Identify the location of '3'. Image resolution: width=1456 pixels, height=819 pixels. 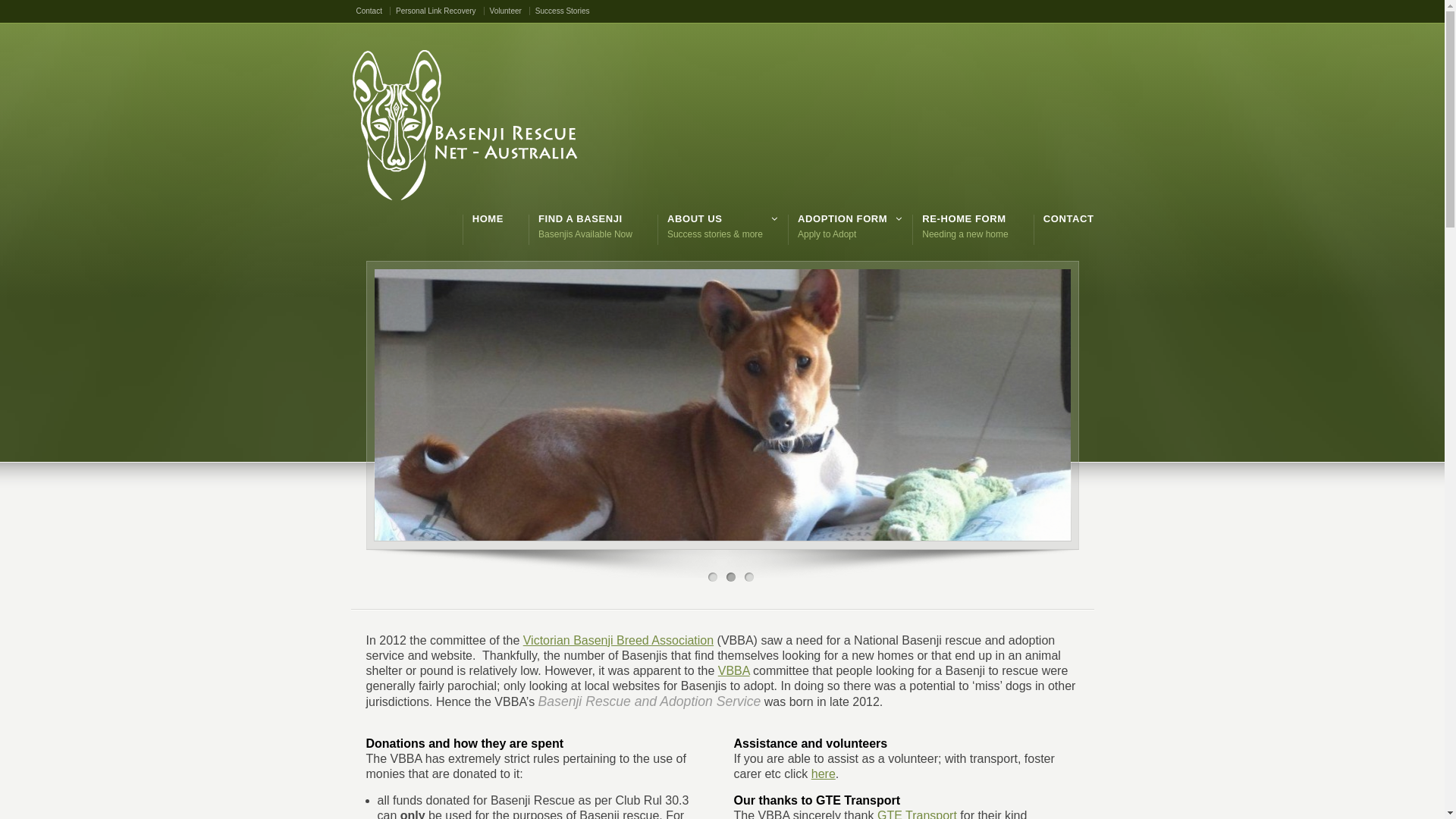
(749, 576).